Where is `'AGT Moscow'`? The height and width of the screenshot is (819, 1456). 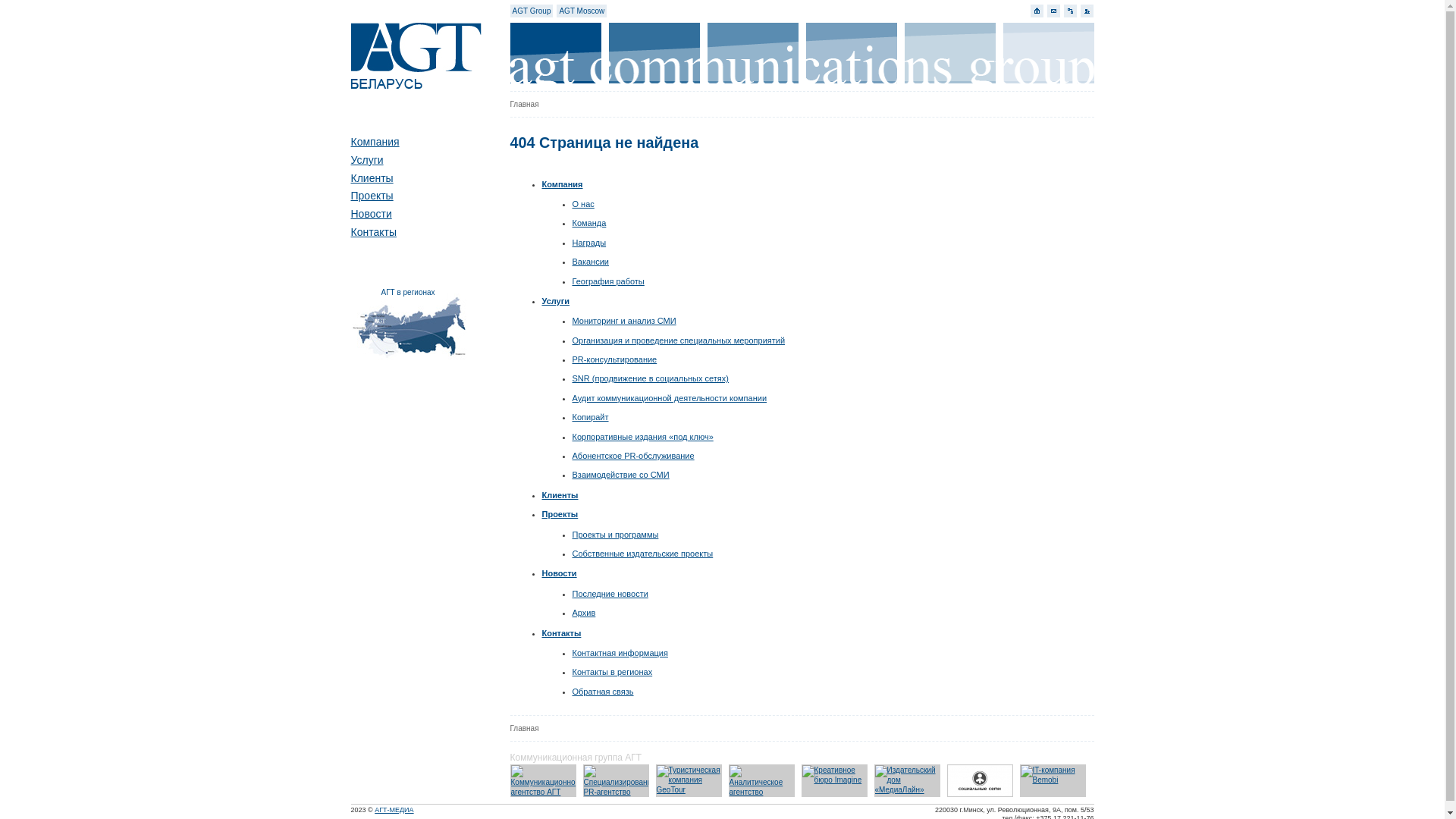
'AGT Moscow' is located at coordinates (581, 11).